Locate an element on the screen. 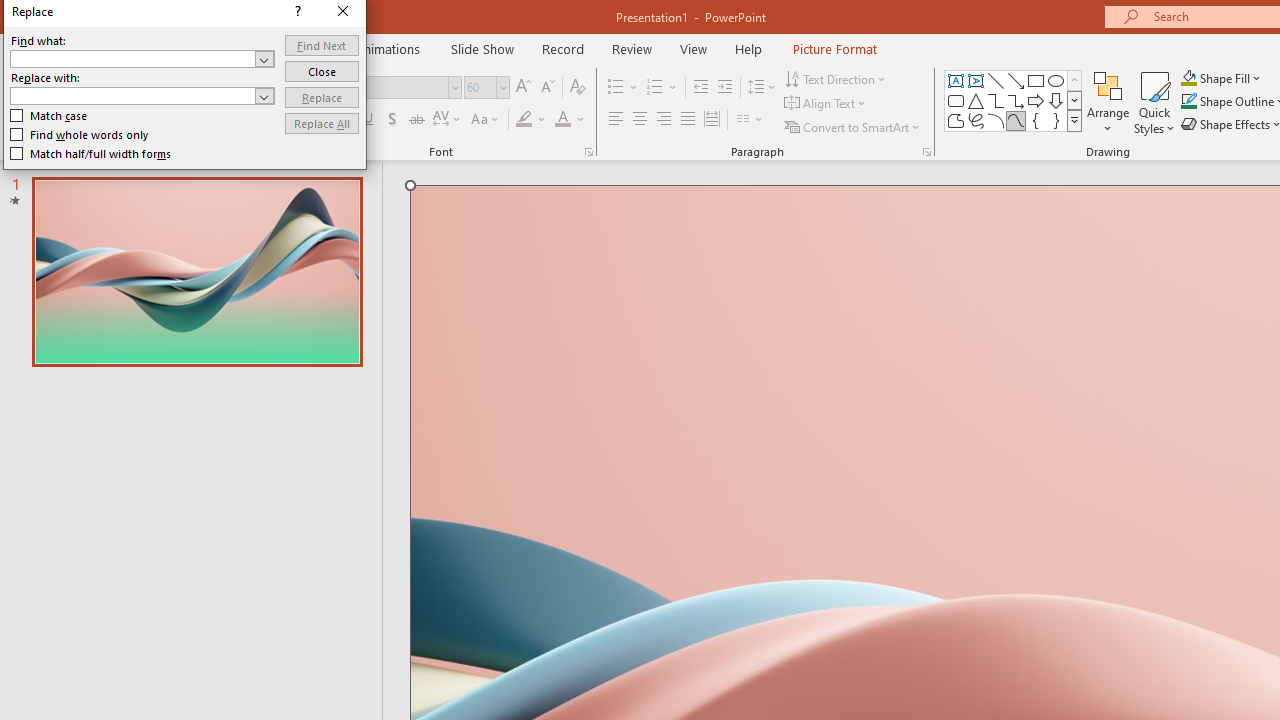  'Shape Outline Blue, Accent 1' is located at coordinates (1189, 101).